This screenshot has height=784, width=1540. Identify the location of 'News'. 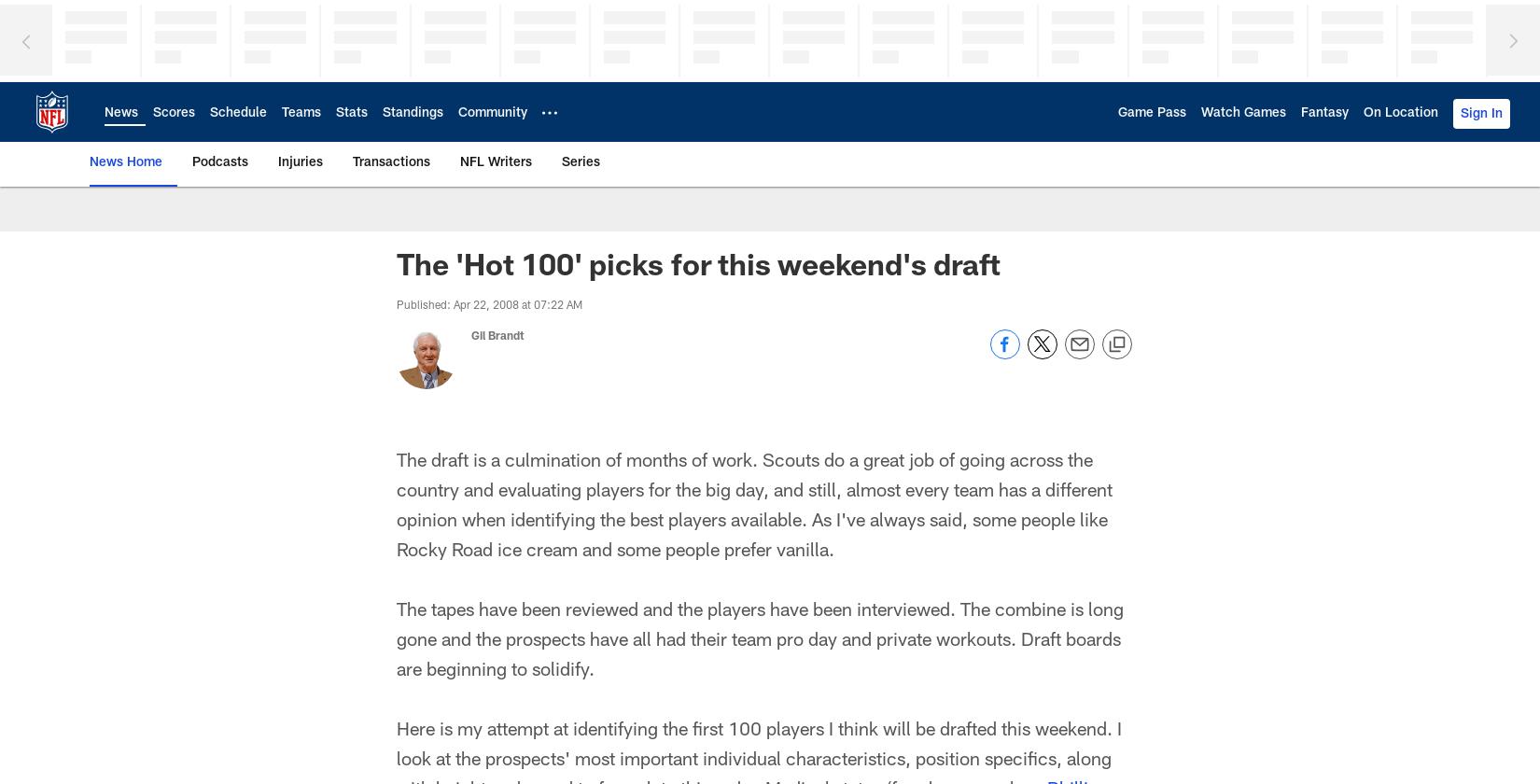
(105, 112).